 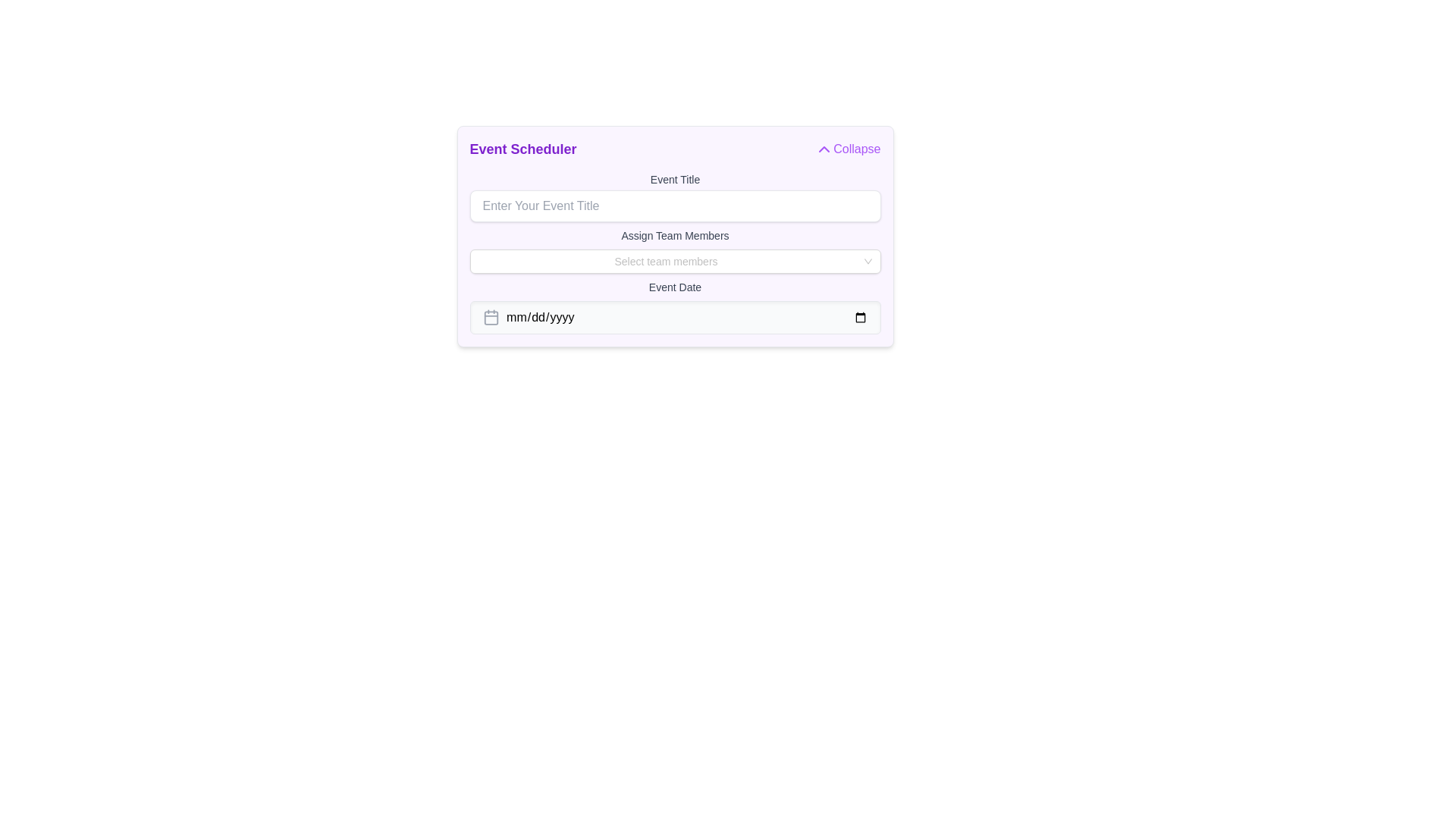 What do you see at coordinates (674, 178) in the screenshot?
I see `the static label indicating the purpose of the input field for the event title in the 'Event Scheduler' form` at bounding box center [674, 178].